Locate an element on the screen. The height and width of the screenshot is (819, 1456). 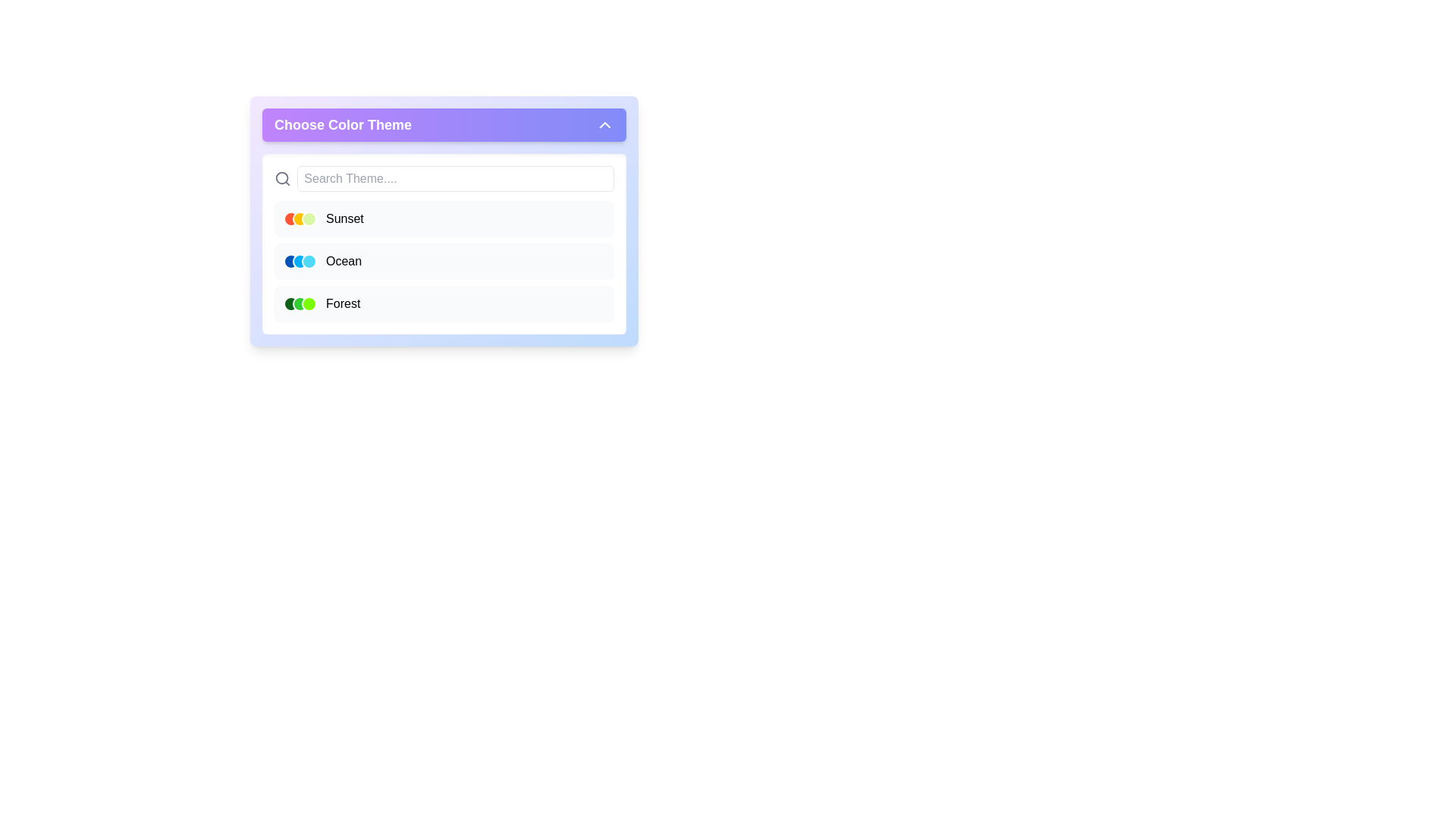
the 'Forest' color theme list item in the dropdown menu titled 'Choose Color Theme' to apply the green-themed color palette is located at coordinates (321, 304).